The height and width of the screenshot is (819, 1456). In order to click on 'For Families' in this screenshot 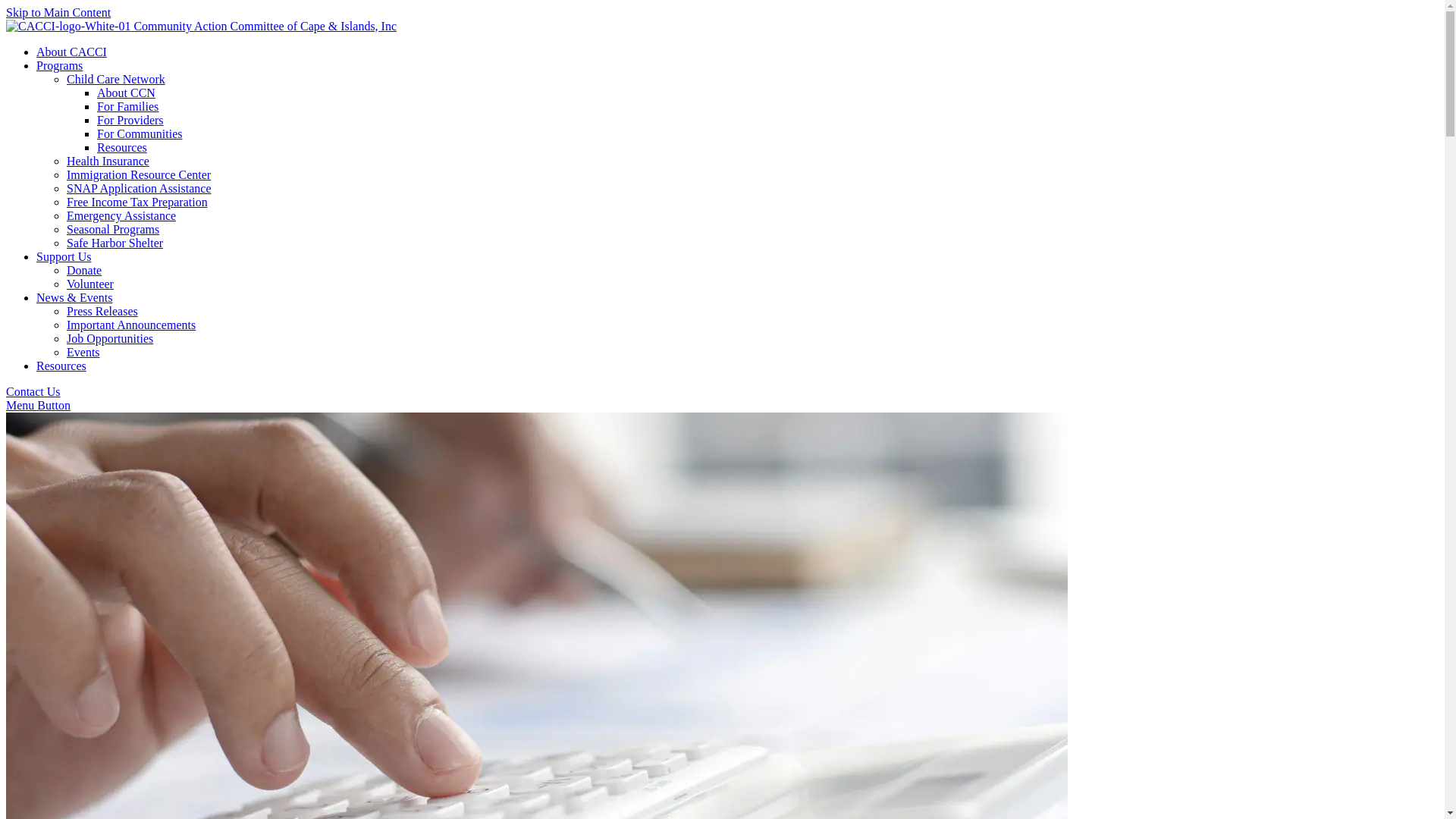, I will do `click(127, 105)`.